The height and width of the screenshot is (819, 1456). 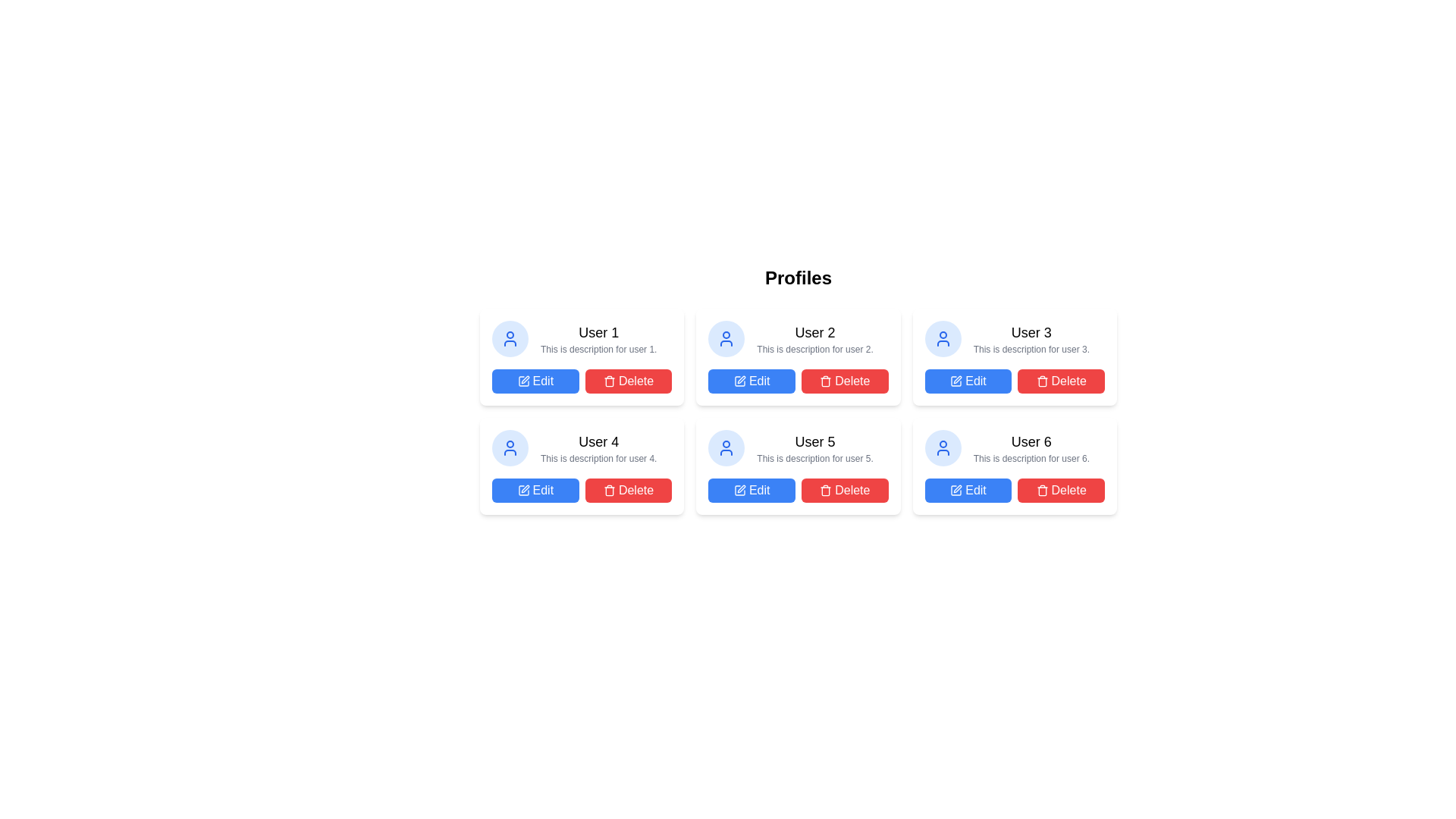 I want to click on the Profile card element featuring a circular blue user icon and the title 'User 2' in bold, located in the second slot of the top row in the user card grid, so click(x=797, y=338).